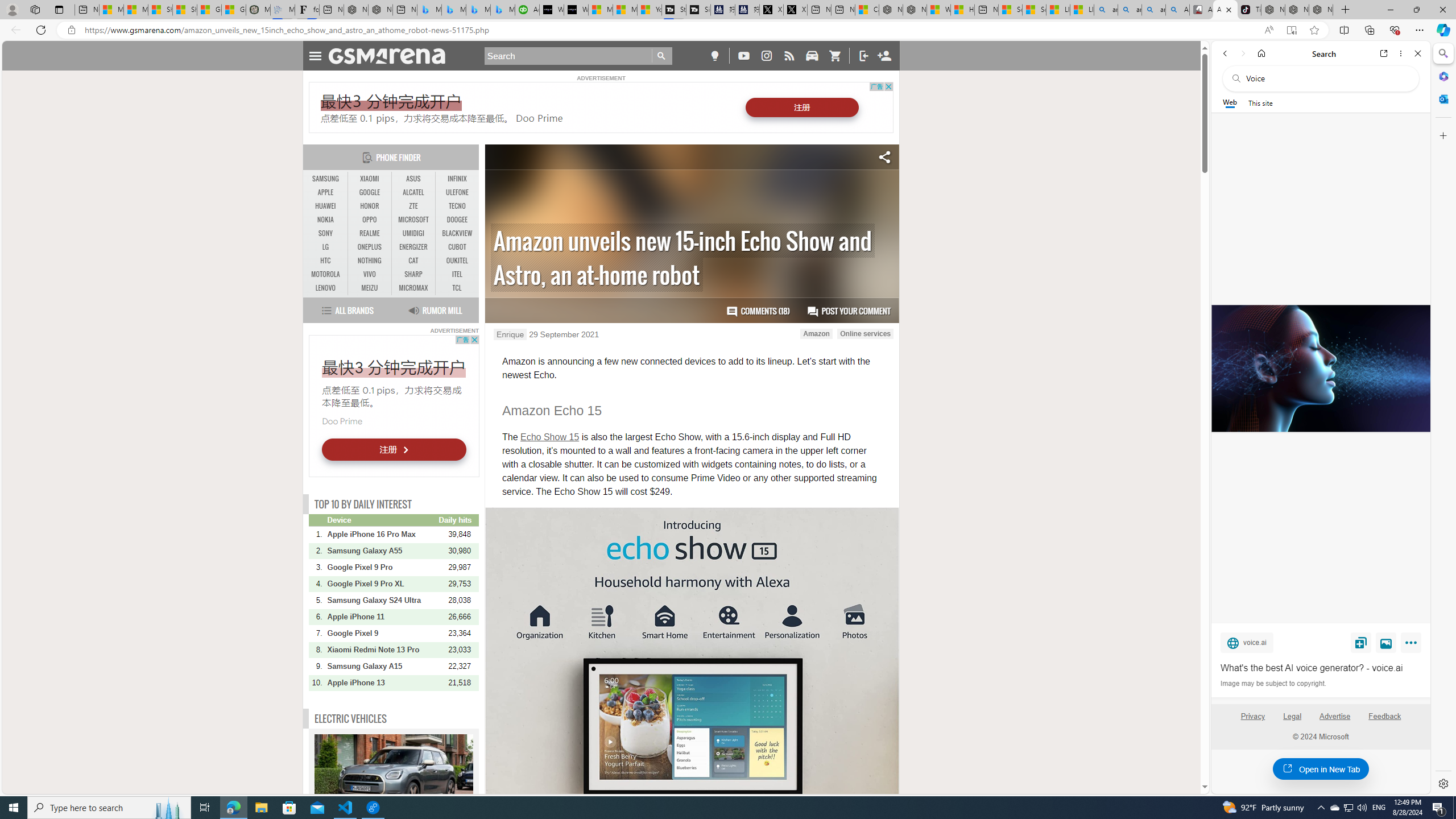  I want to click on 'MICROSOFT', so click(413, 220).